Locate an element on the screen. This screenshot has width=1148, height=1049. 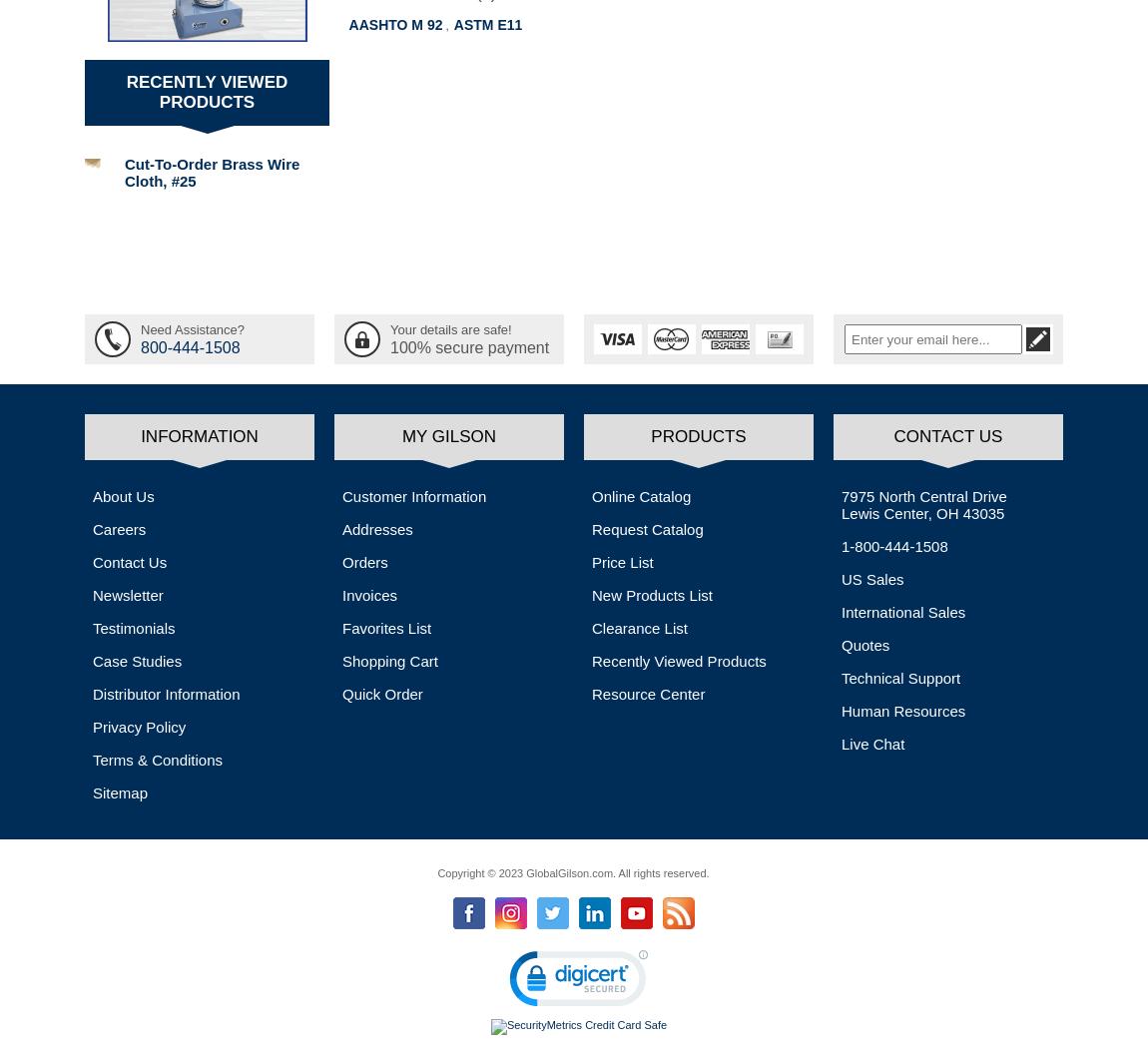
'AASHTO M 92' is located at coordinates (394, 25).